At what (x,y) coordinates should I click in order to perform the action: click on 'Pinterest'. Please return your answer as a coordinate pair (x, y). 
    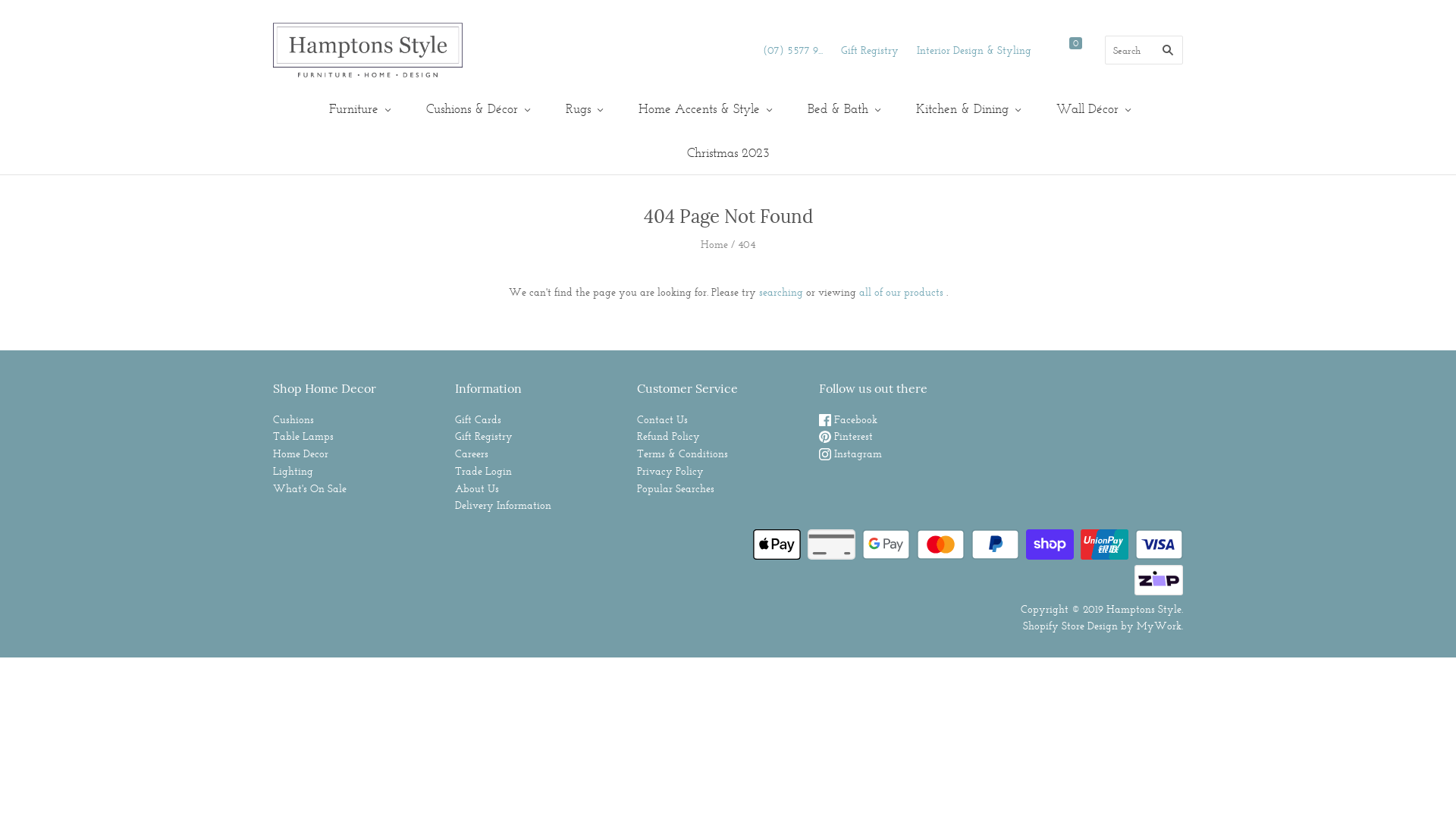
    Looking at the image, I should click on (845, 435).